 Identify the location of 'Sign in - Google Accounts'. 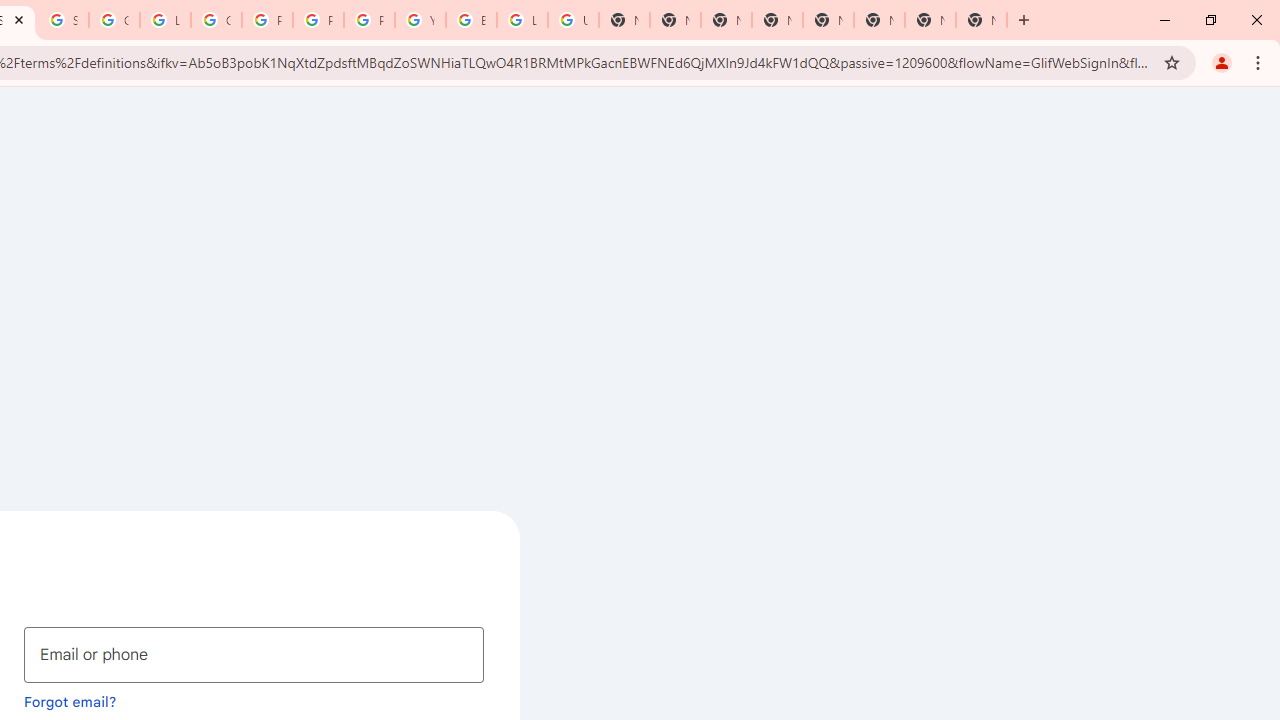
(64, 20).